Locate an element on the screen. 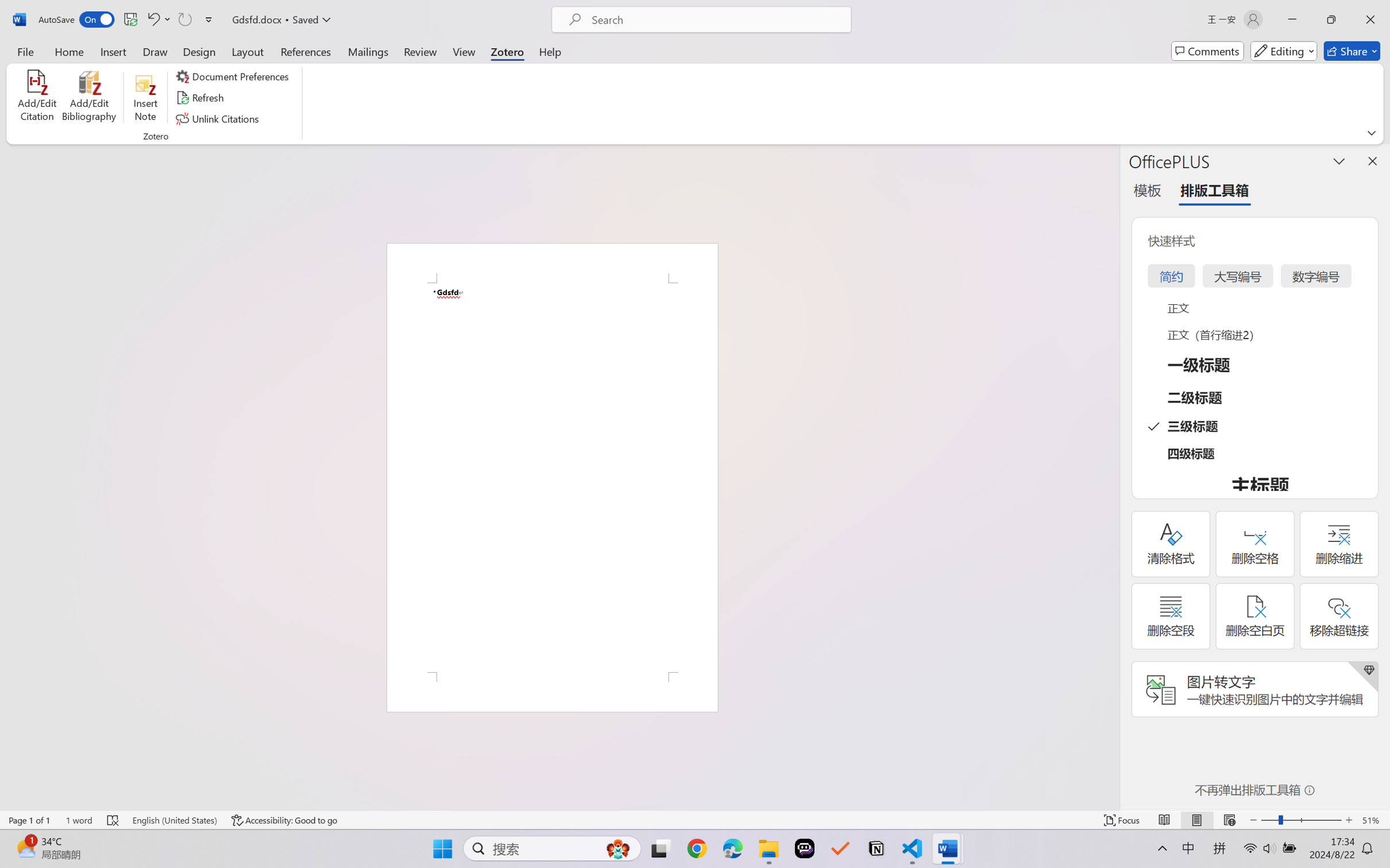 The width and height of the screenshot is (1390, 868). 'Zoom 51%' is located at coordinates (1373, 820).